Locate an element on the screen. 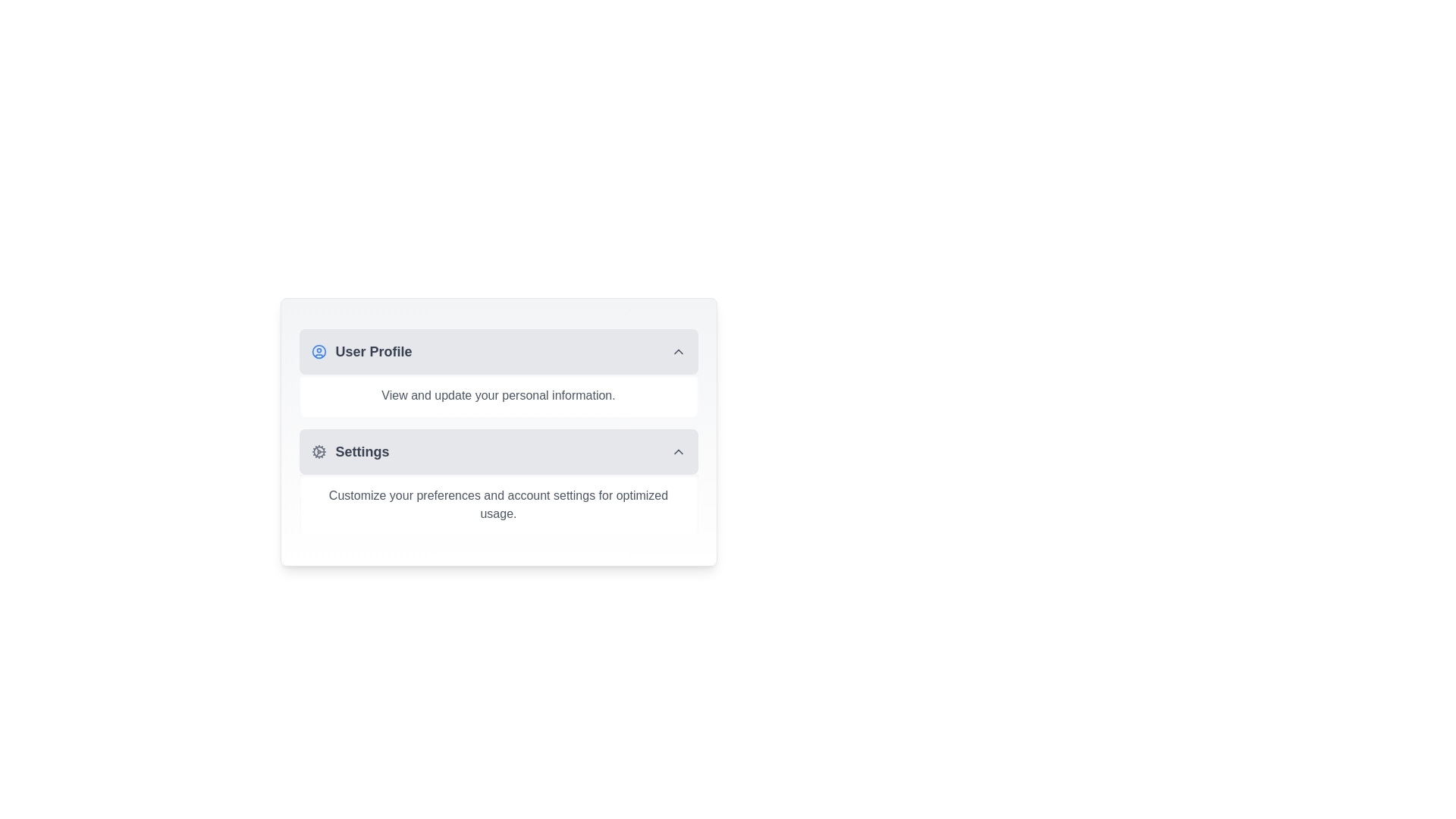  the circular segment of the user profile icon, which is part of the 'User Profile' component located near the top of the layout is located at coordinates (318, 351).